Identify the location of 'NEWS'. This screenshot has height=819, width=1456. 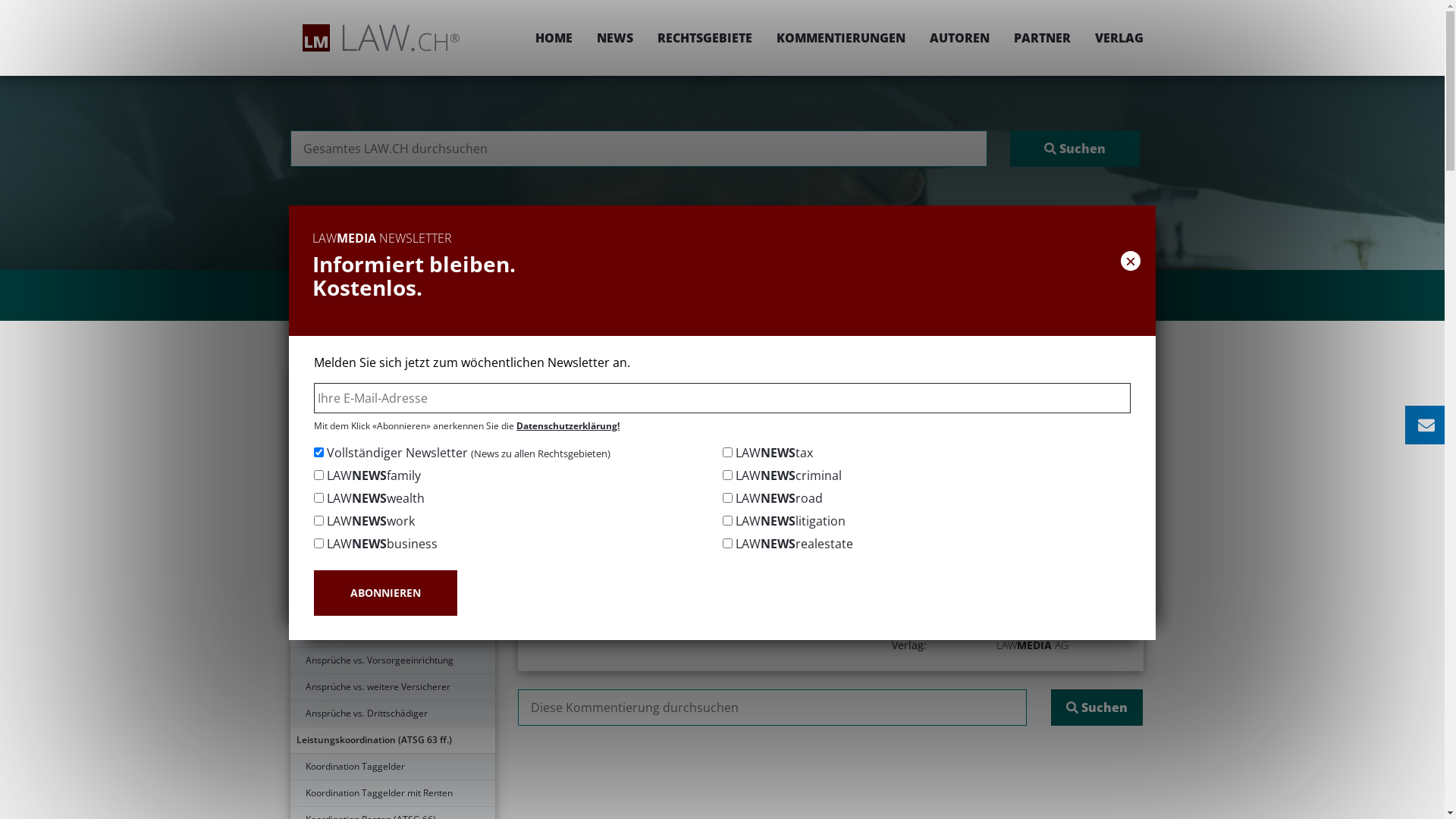
(614, 37).